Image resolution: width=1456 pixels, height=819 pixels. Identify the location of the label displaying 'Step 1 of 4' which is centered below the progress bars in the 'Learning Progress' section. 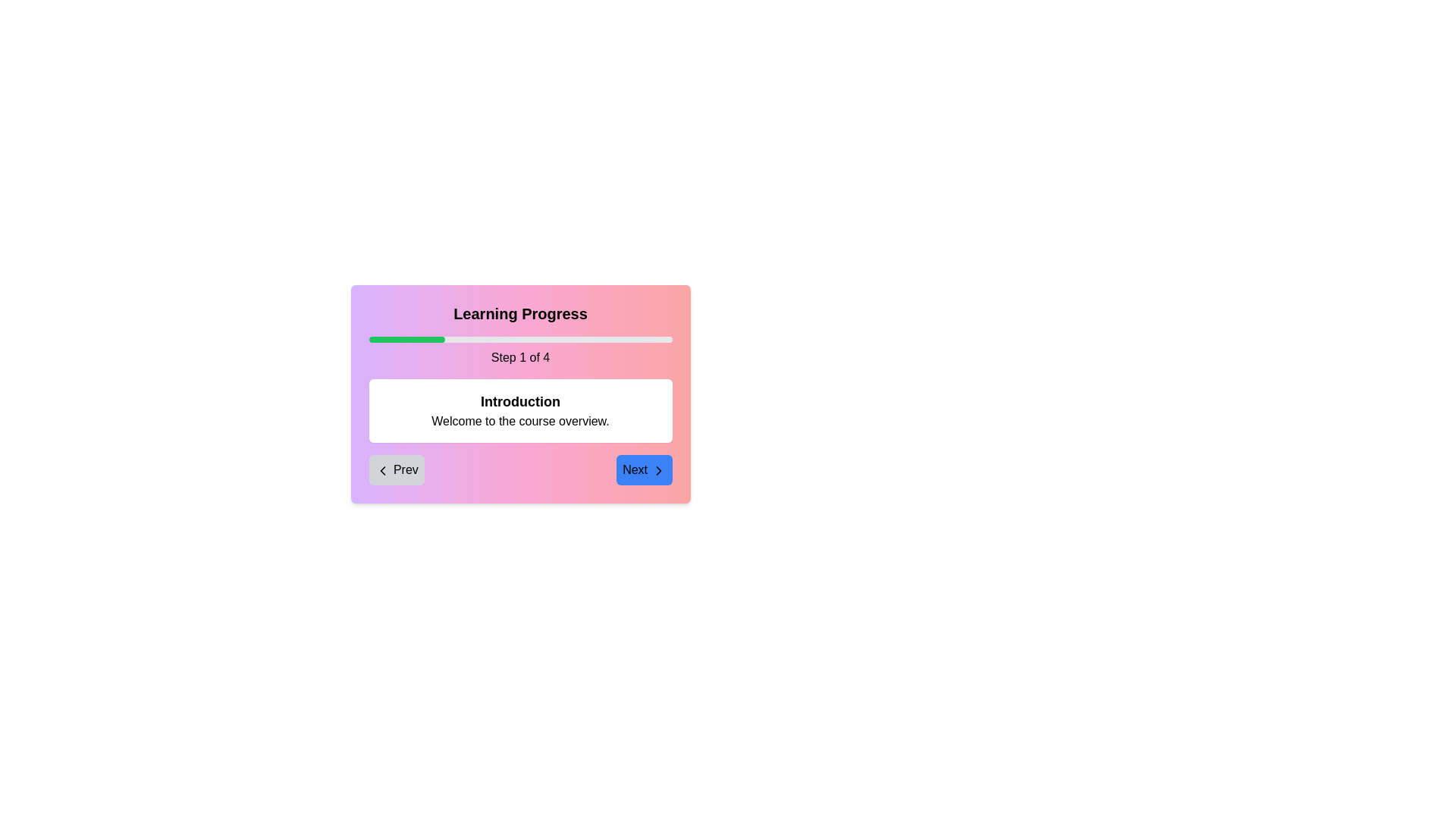
(520, 357).